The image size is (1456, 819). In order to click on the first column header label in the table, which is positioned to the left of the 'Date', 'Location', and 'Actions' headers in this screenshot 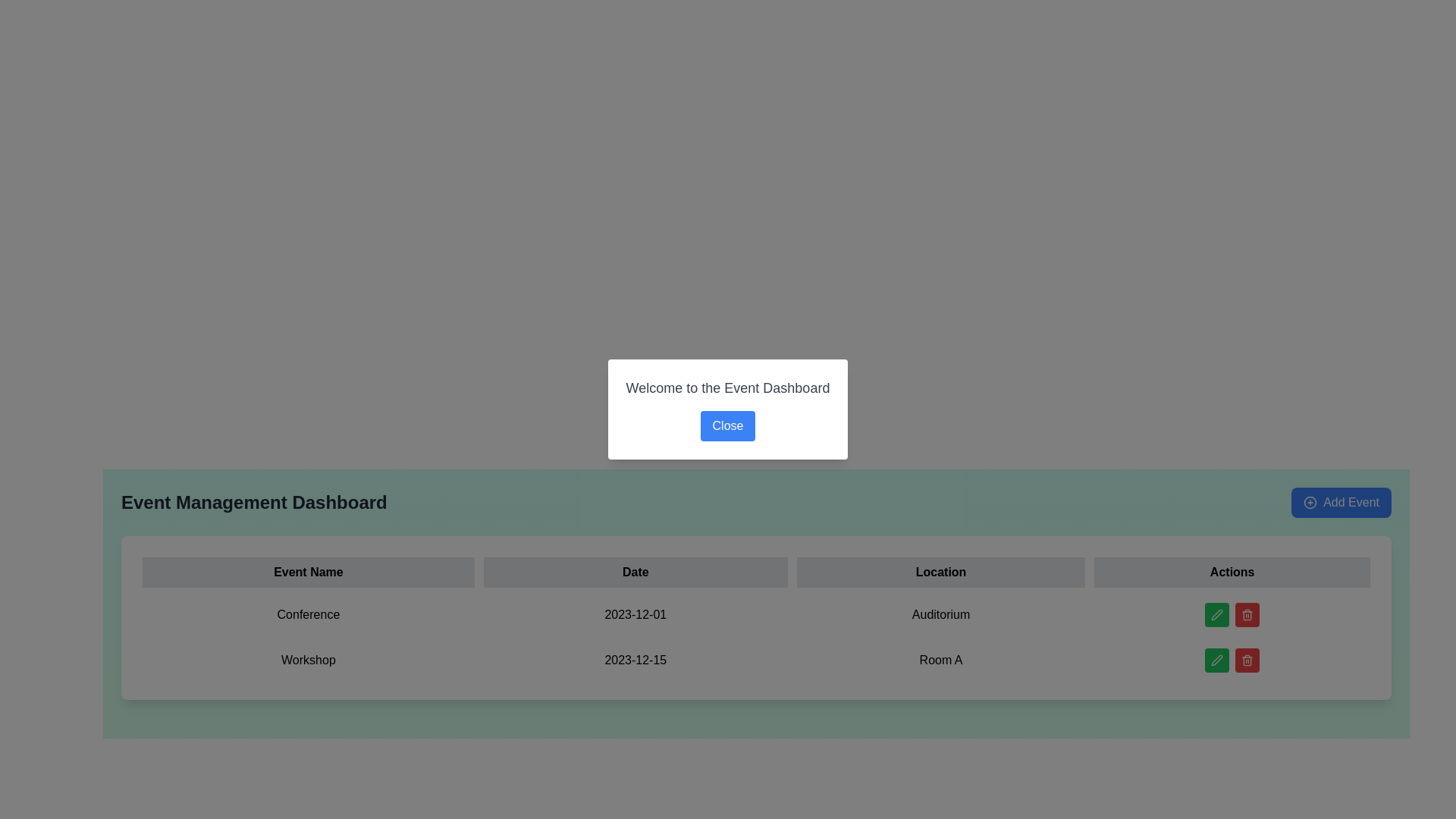, I will do `click(307, 573)`.